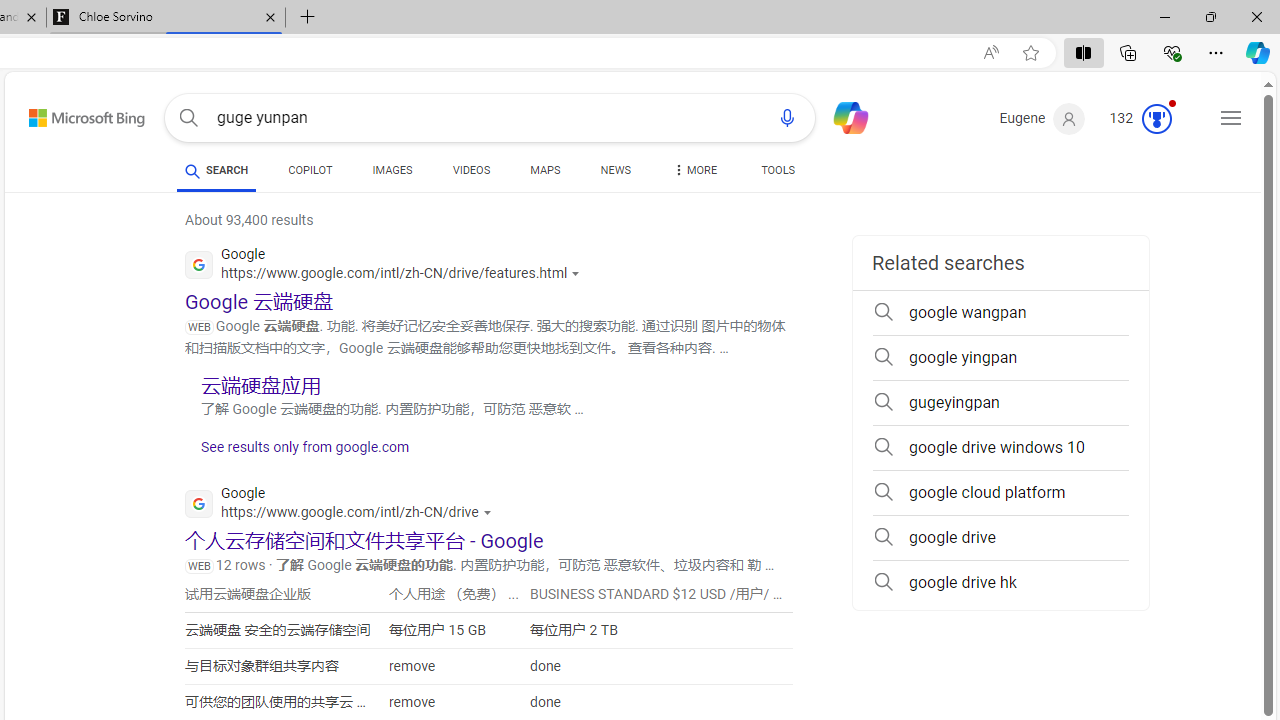 The height and width of the screenshot is (720, 1280). I want to click on 'TOOLS', so click(777, 172).